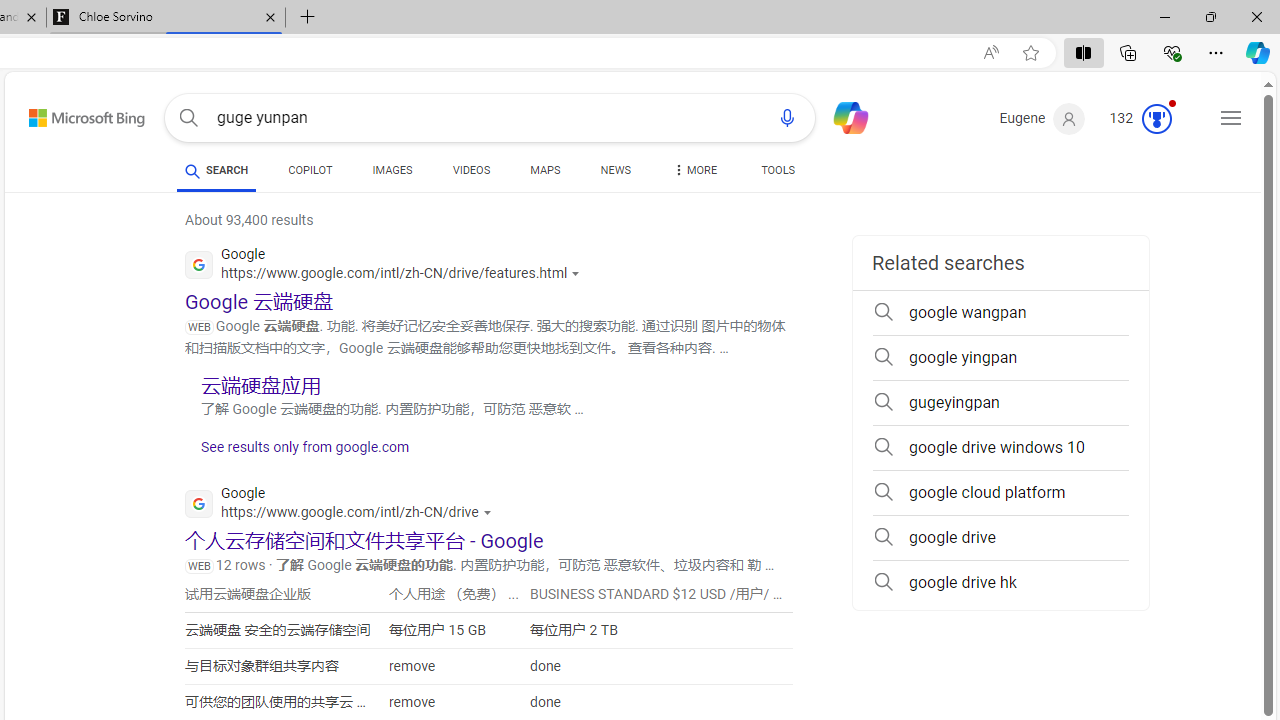 The height and width of the screenshot is (720, 1280). I want to click on 'TOOLS', so click(777, 172).